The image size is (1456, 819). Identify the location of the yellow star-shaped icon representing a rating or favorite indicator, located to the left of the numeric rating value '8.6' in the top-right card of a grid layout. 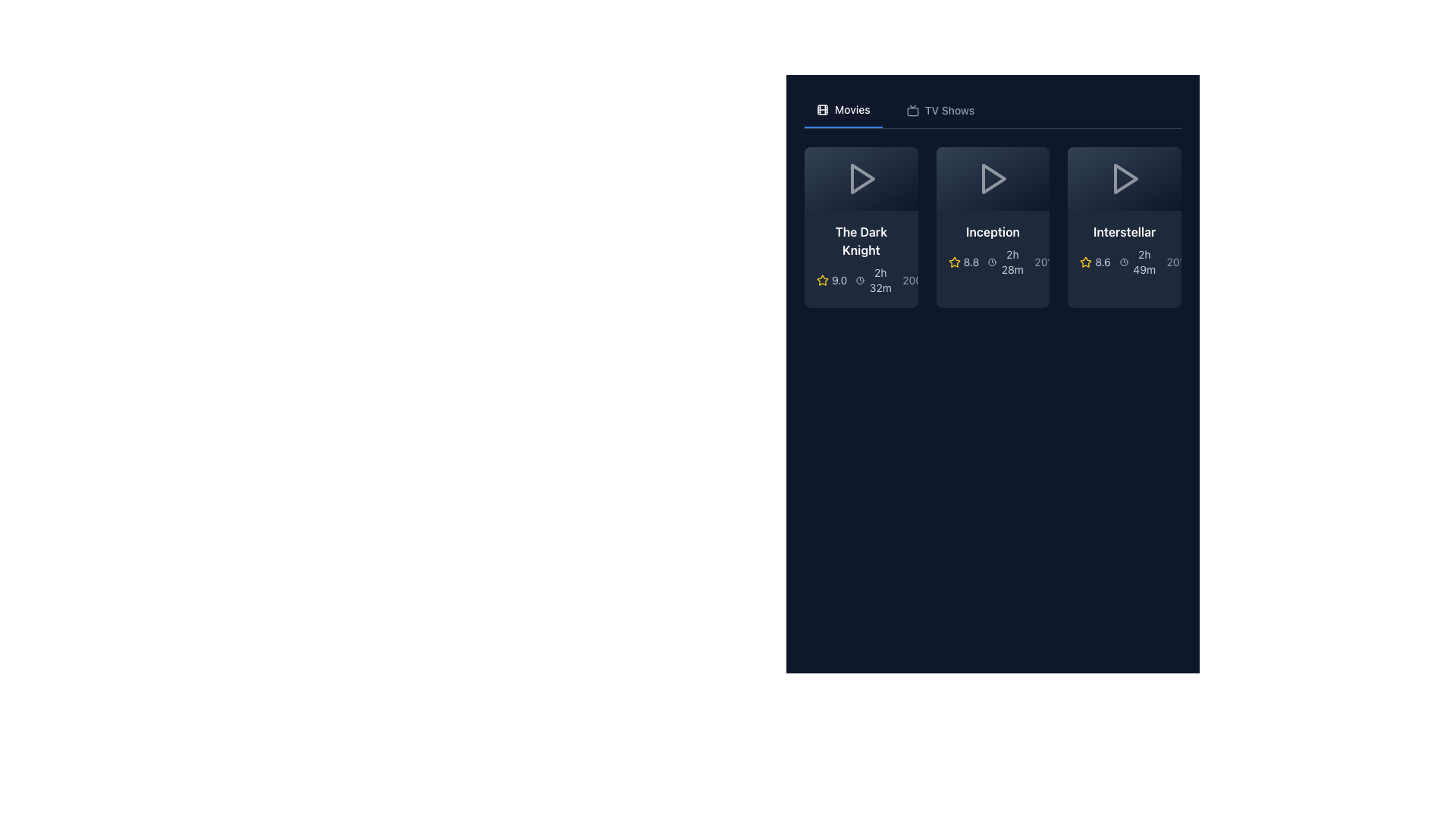
(1085, 262).